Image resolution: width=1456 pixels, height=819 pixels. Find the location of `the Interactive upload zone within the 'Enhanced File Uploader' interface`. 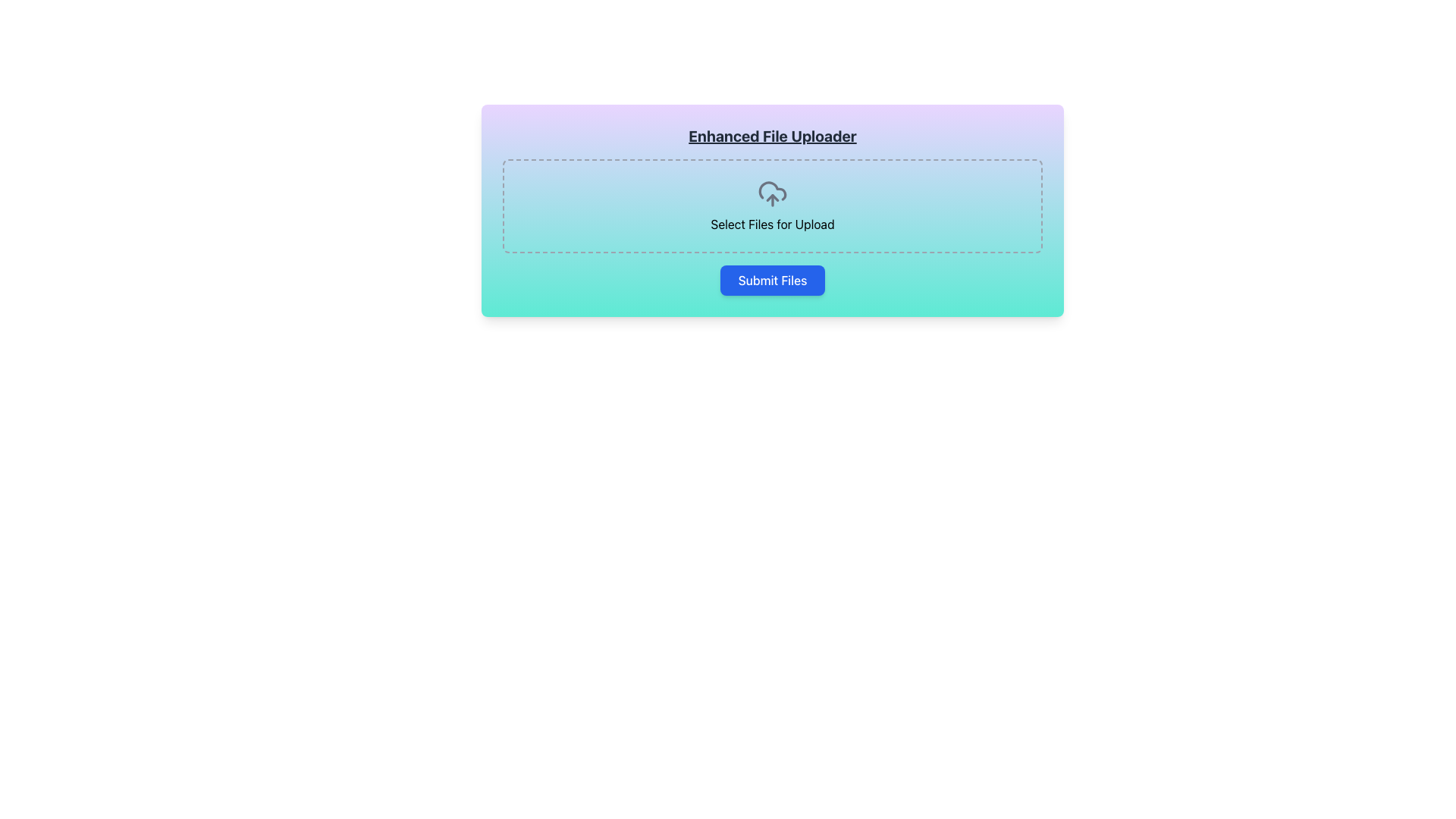

the Interactive upload zone within the 'Enhanced File Uploader' interface is located at coordinates (772, 206).